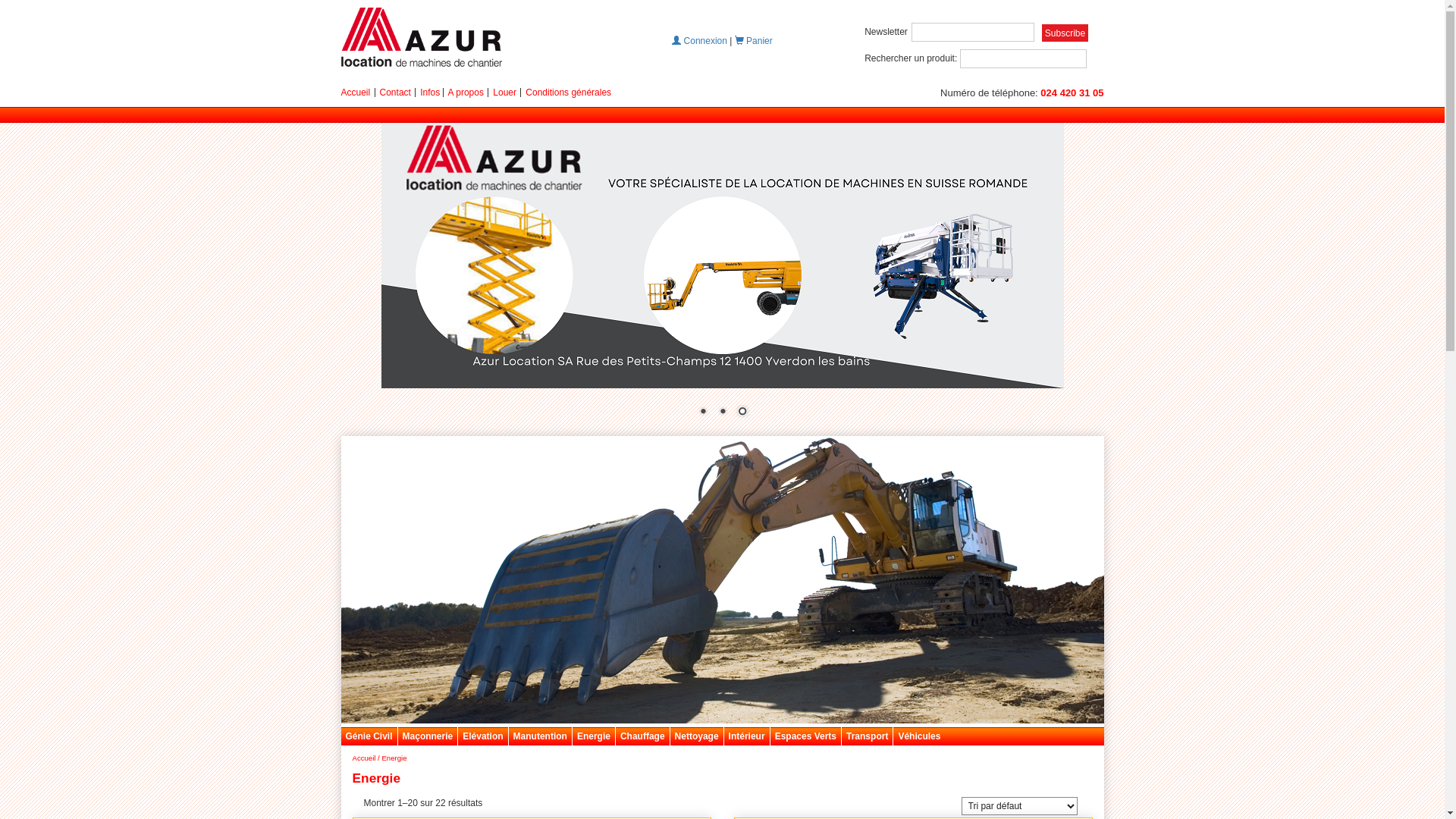 The height and width of the screenshot is (819, 1456). Describe the element at coordinates (742, 413) in the screenshot. I see `'3'` at that location.